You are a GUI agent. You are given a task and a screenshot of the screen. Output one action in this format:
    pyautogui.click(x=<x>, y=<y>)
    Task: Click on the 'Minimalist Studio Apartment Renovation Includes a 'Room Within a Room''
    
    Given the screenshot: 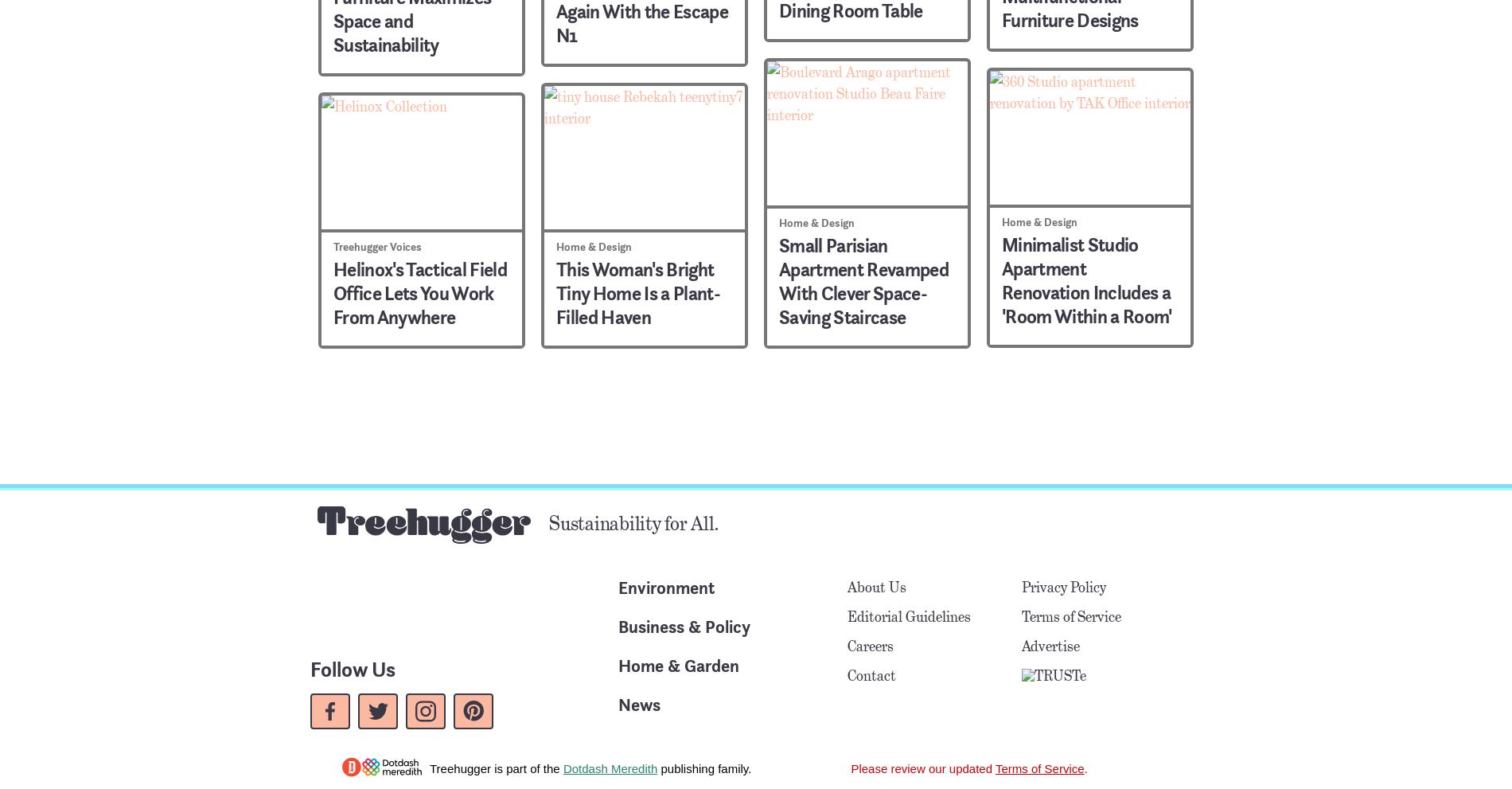 What is the action you would take?
    pyautogui.click(x=1085, y=280)
    